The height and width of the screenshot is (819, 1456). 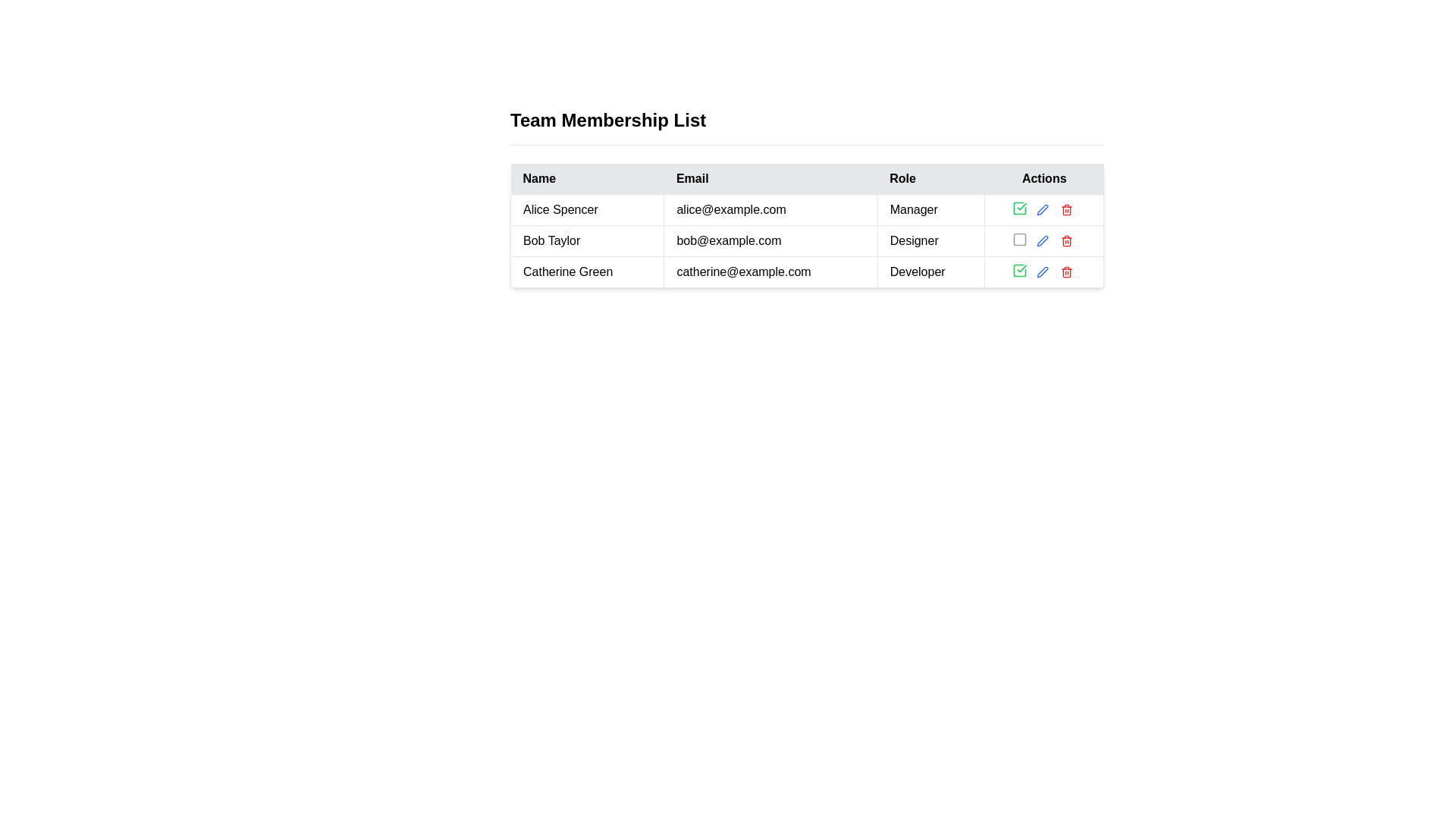 What do you see at coordinates (1043, 210) in the screenshot?
I see `the group of actionable icons in the 'Actions' column of the first row in the table for user Alice Spencer` at bounding box center [1043, 210].